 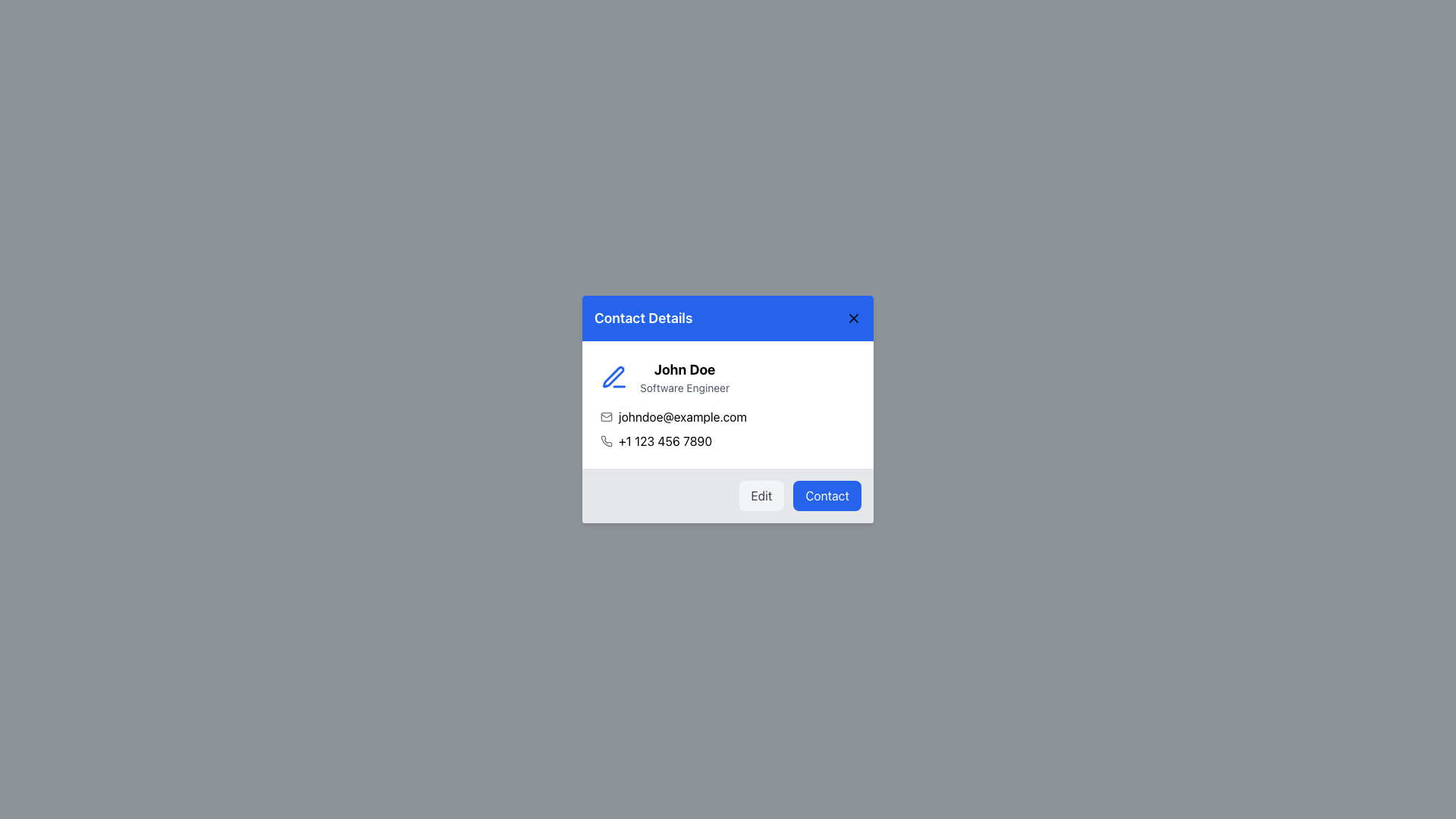 I want to click on the text display showing the email address associated with the contact, so click(x=728, y=417).